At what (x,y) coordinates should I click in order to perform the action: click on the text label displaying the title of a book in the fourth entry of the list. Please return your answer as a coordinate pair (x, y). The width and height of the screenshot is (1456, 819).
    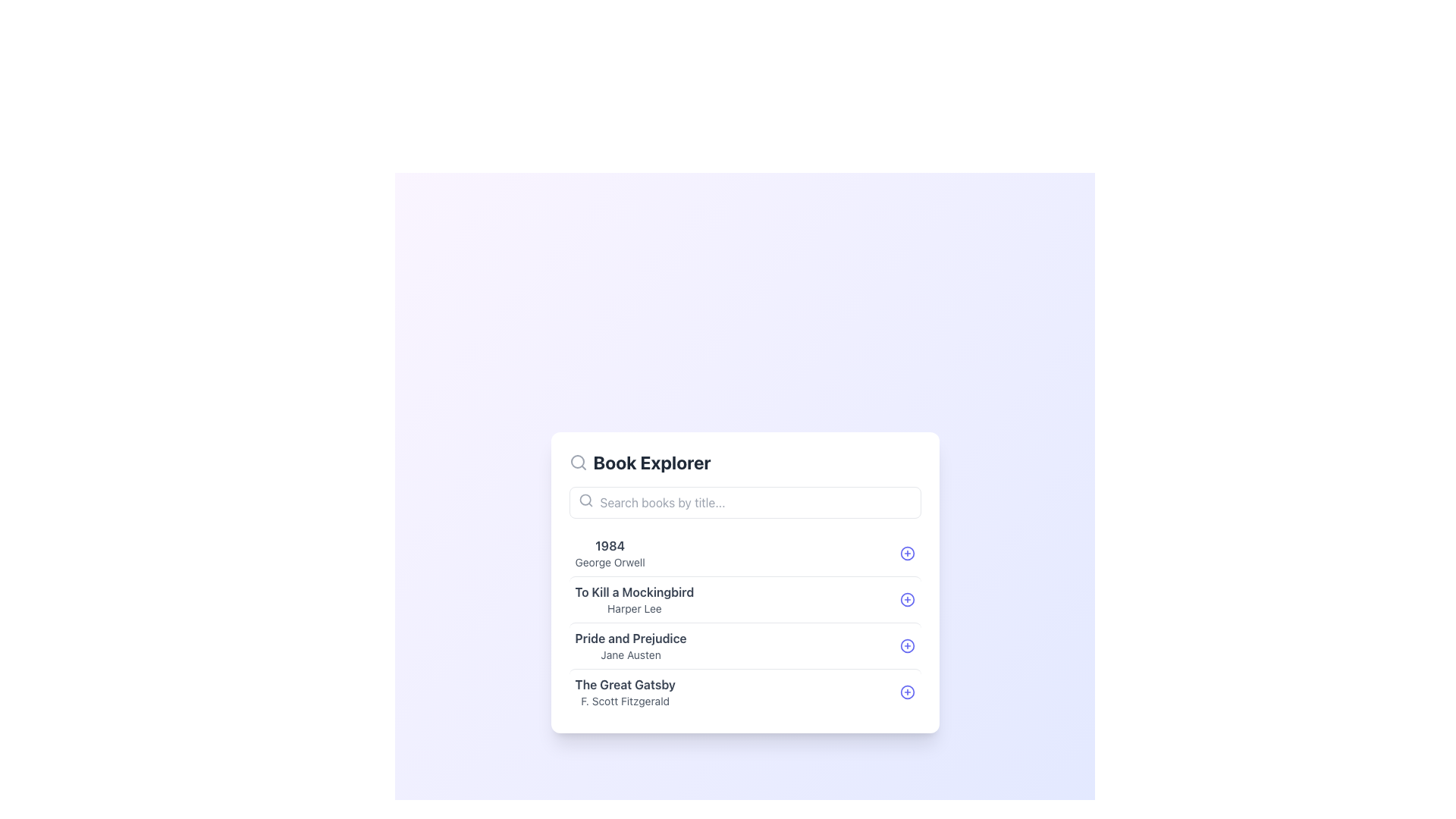
    Looking at the image, I should click on (625, 684).